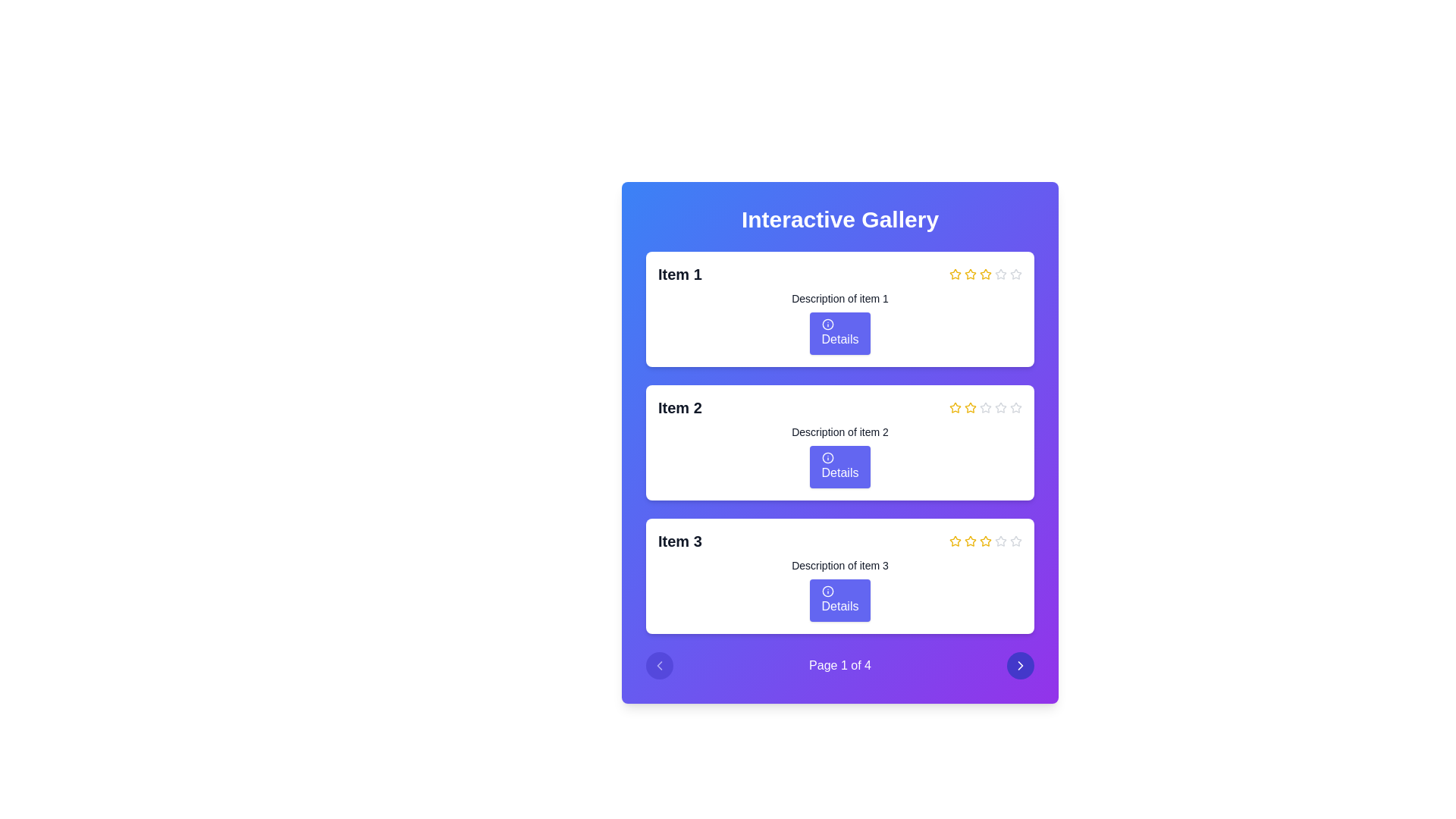  What do you see at coordinates (971, 406) in the screenshot?
I see `the second star icon in the rating system for 'Item 2' in the gallery for accessibility purposes` at bounding box center [971, 406].